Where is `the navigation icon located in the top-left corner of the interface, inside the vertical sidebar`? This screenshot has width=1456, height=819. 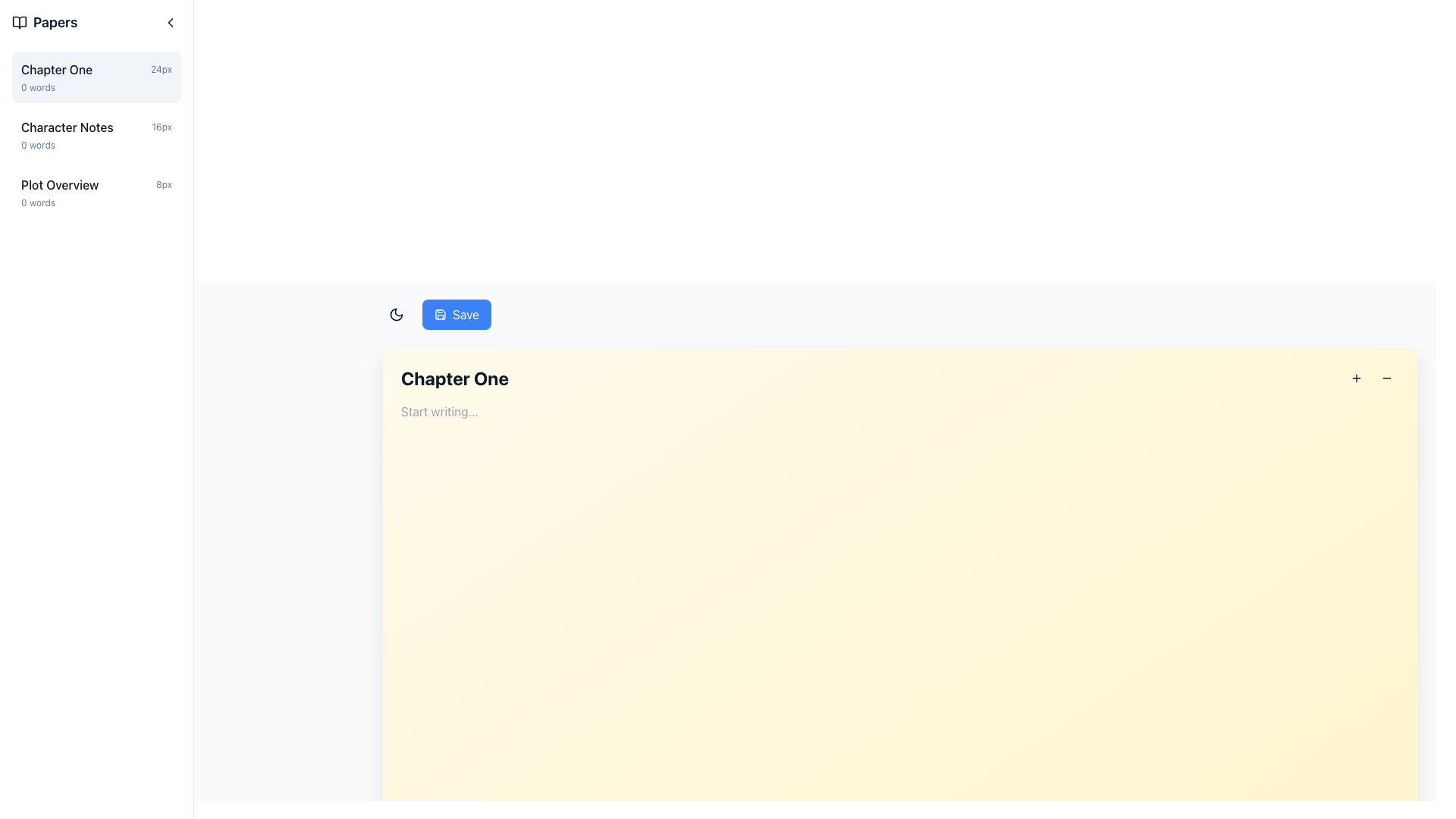
the navigation icon located in the top-left corner of the interface, inside the vertical sidebar is located at coordinates (171, 23).